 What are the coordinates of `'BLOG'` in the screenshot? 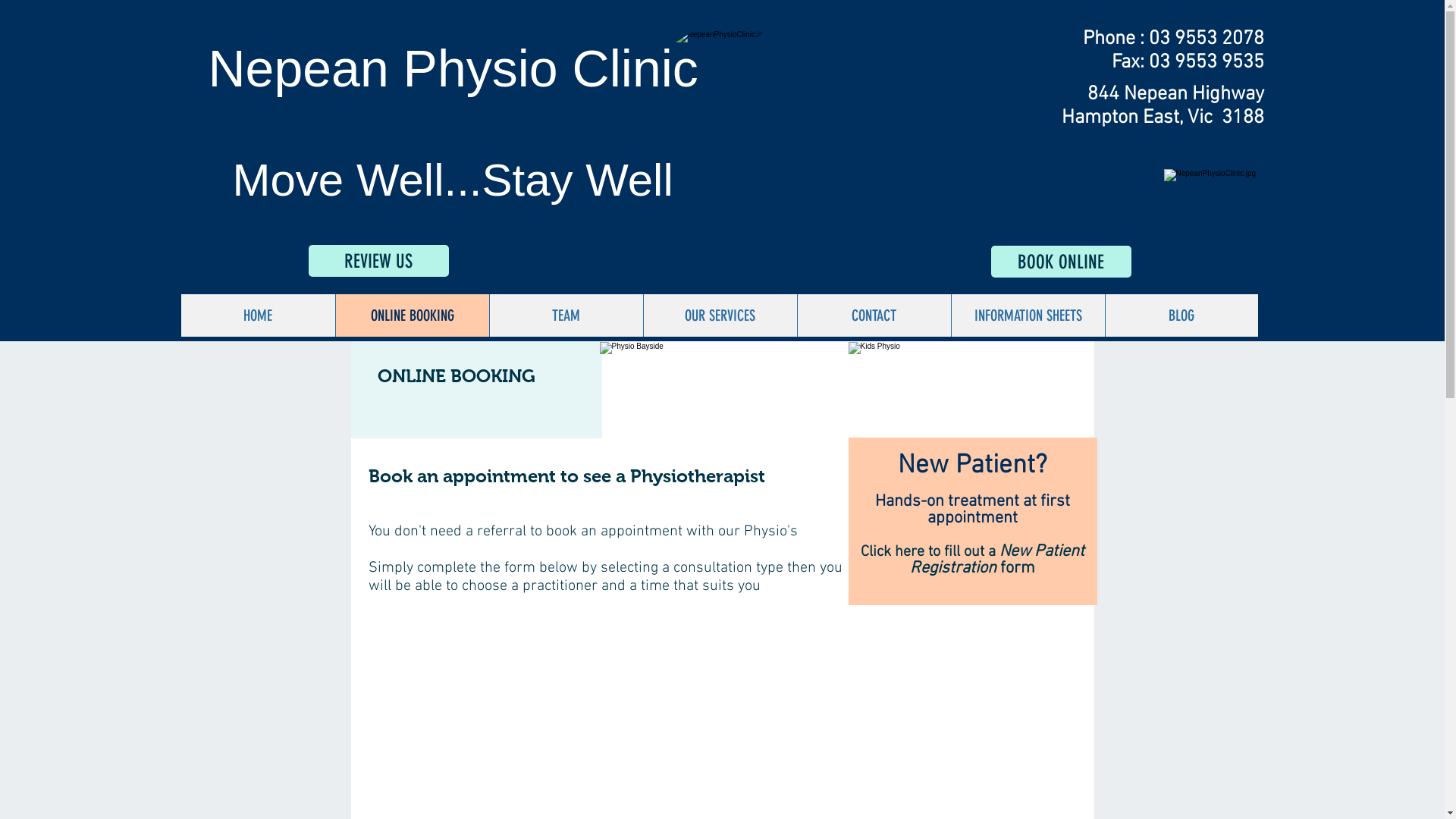 It's located at (1179, 315).